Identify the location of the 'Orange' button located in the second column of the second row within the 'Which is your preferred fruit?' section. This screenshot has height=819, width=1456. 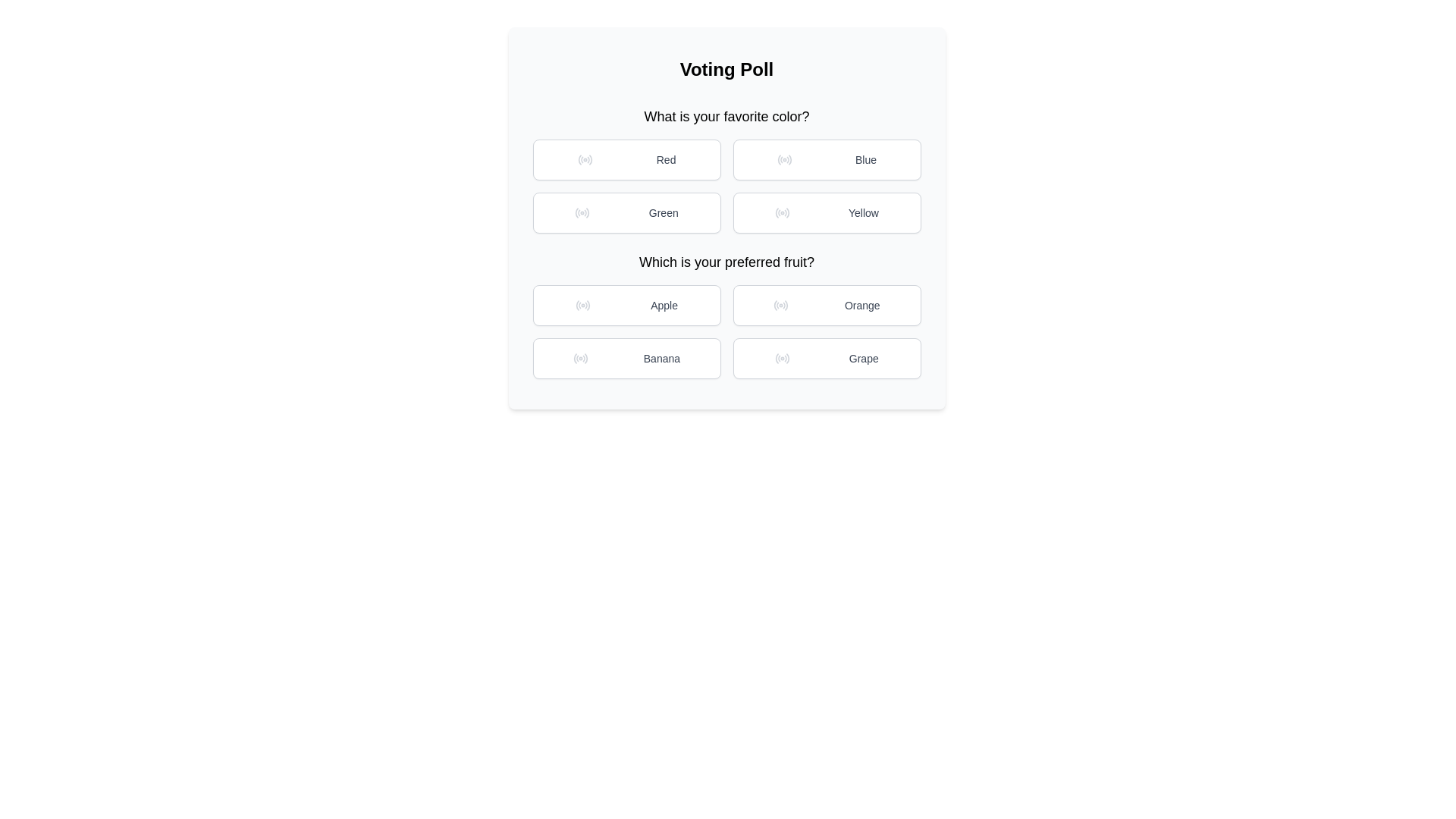
(826, 305).